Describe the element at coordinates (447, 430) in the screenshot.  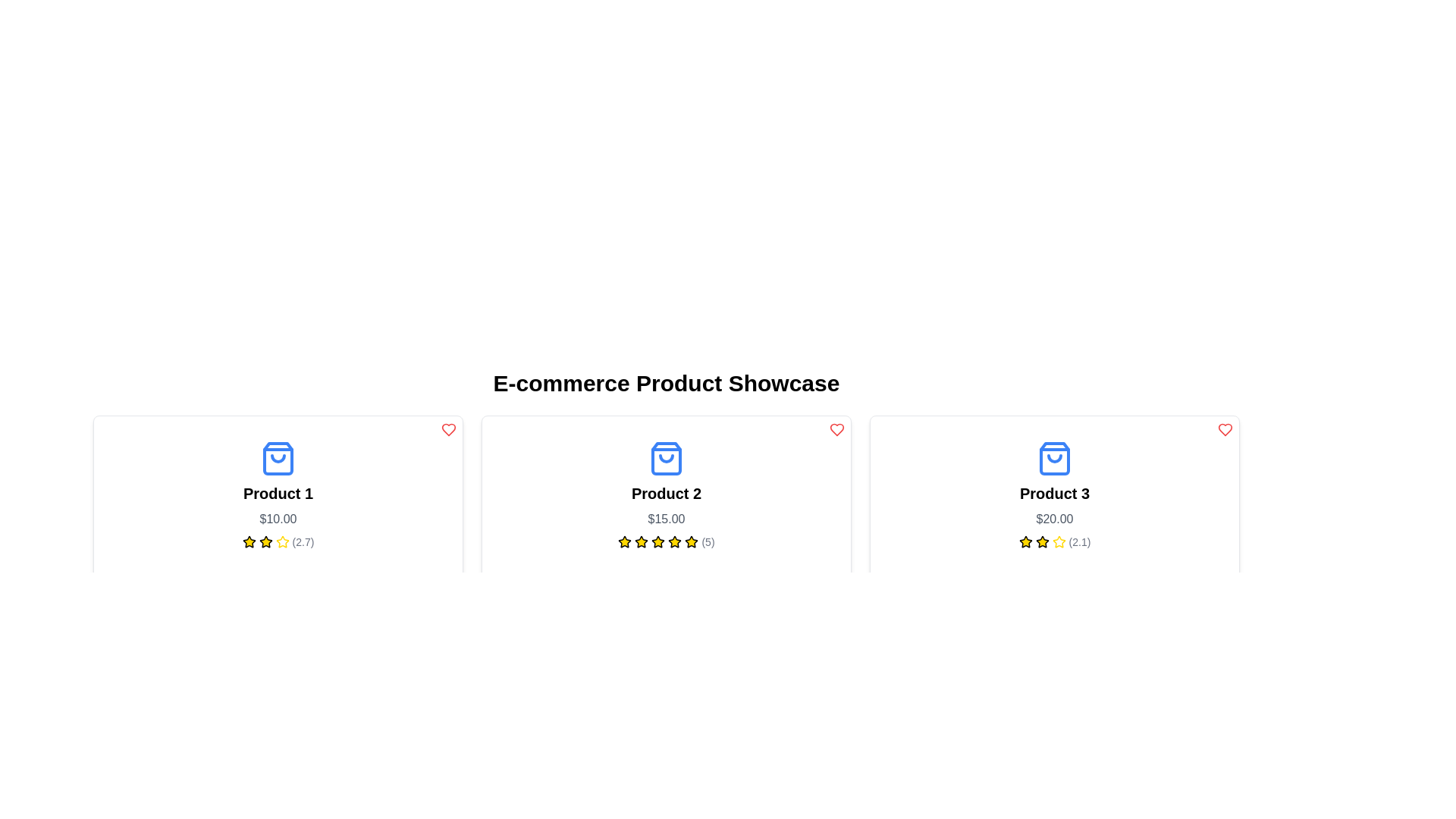
I see `the heart icon in the top-right corner of 'Product 3' to potentially reveal a tooltip` at that location.